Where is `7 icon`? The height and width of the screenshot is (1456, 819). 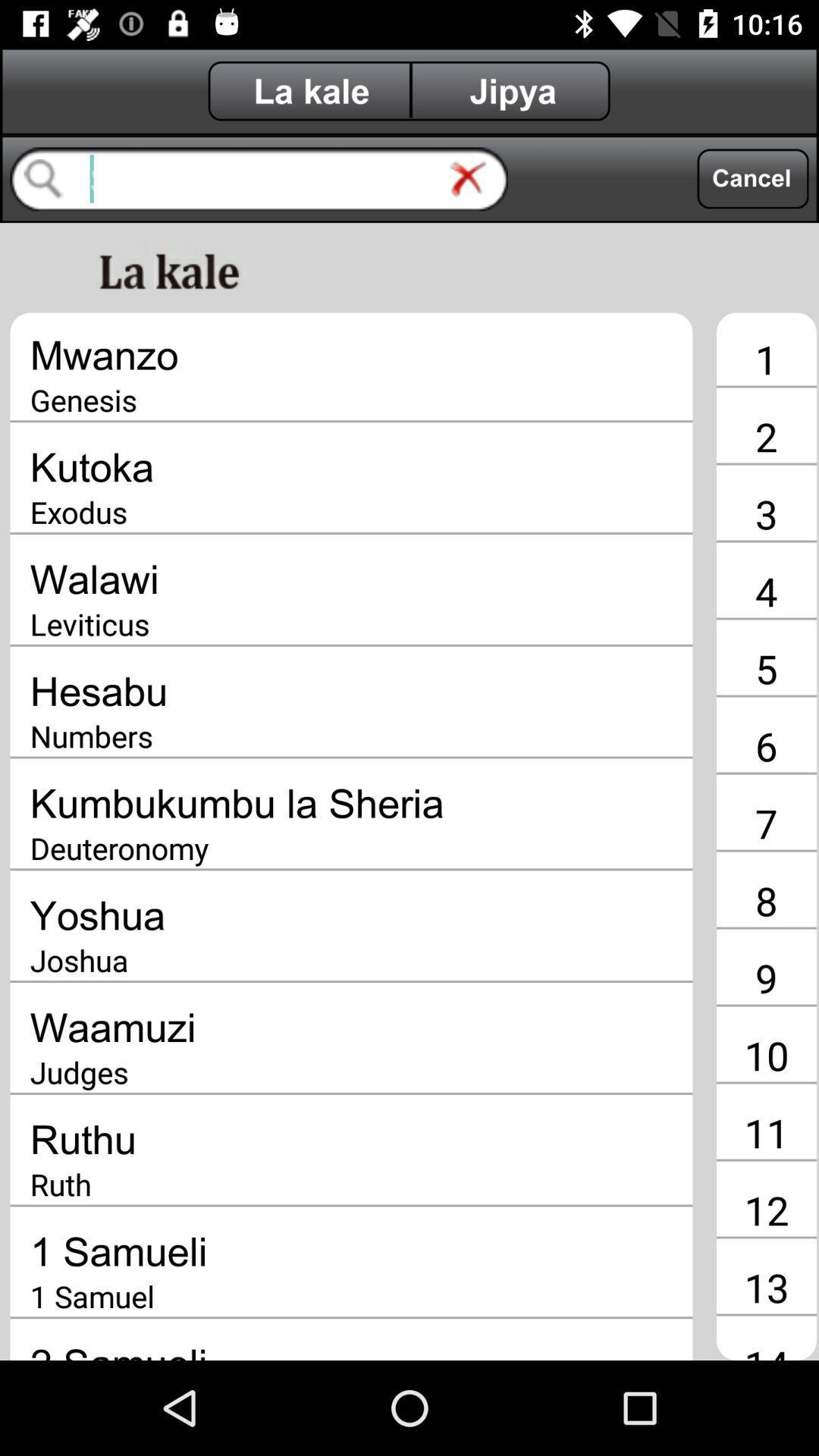 7 icon is located at coordinates (766, 822).